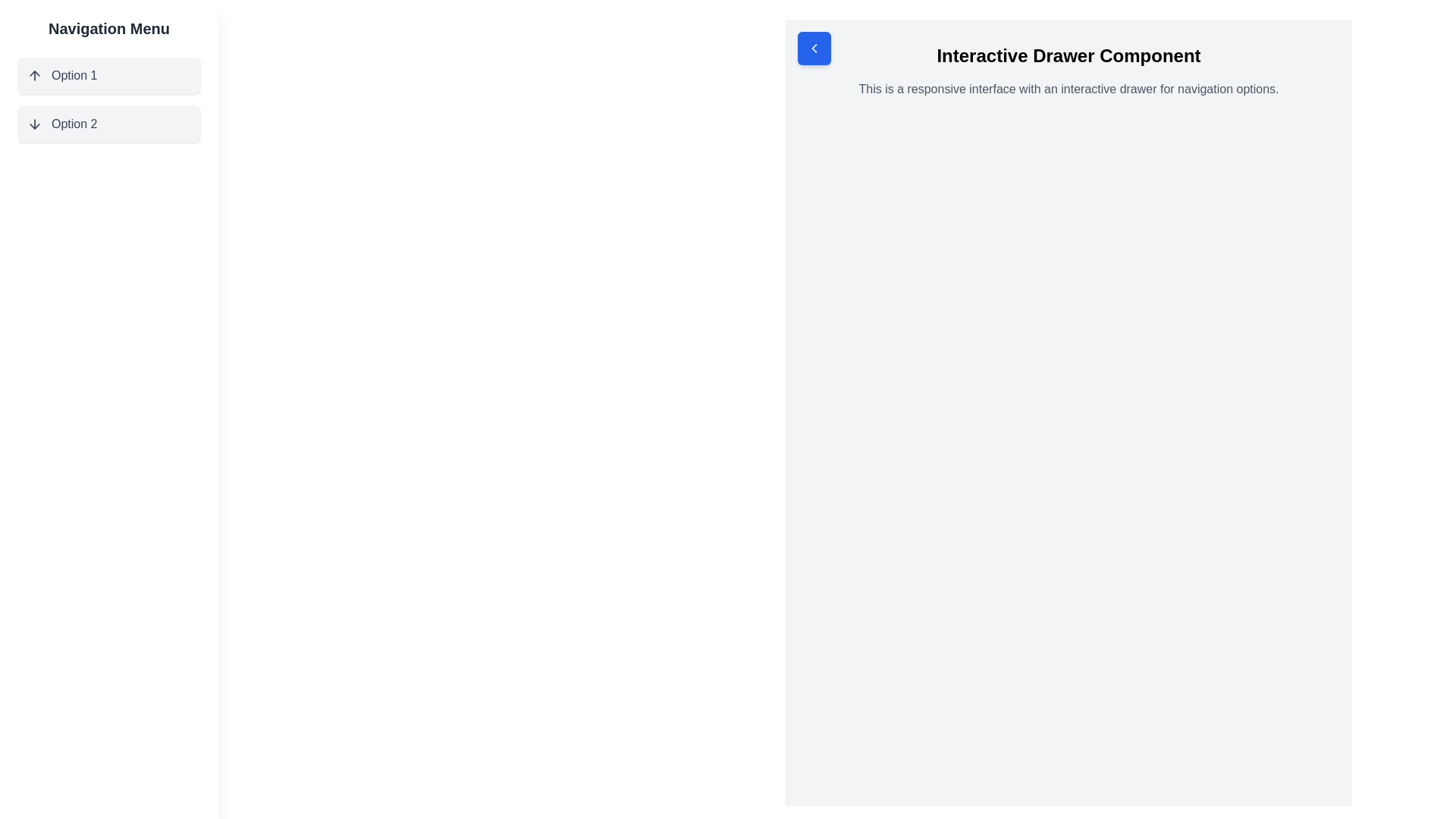 The width and height of the screenshot is (1456, 819). I want to click on the second button in the vertical navigation menu located on the left side of the interface, directly beneath 'Option 1', so click(108, 124).